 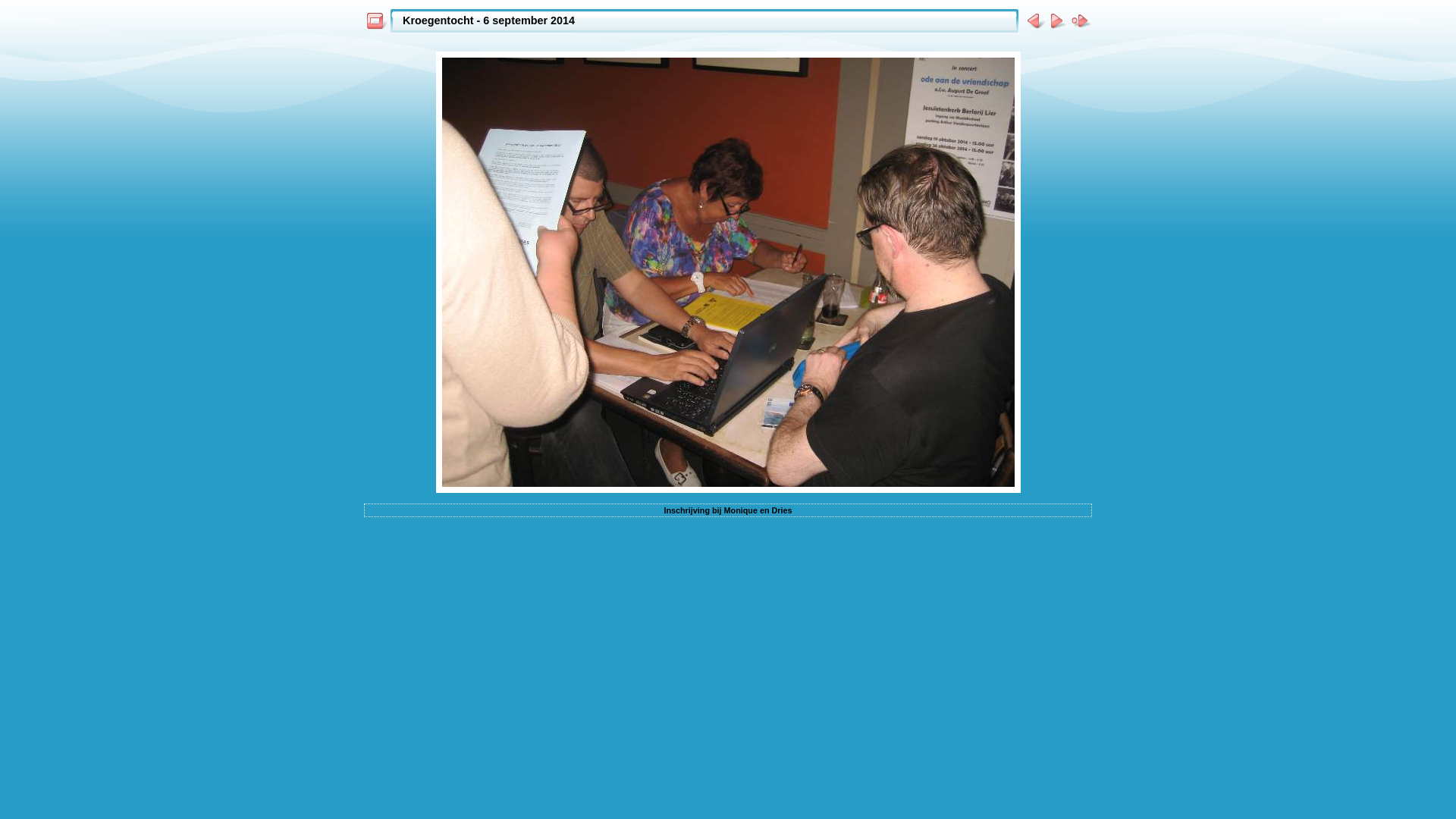 I want to click on ' Vorige foto ', so click(x=1032, y=20).